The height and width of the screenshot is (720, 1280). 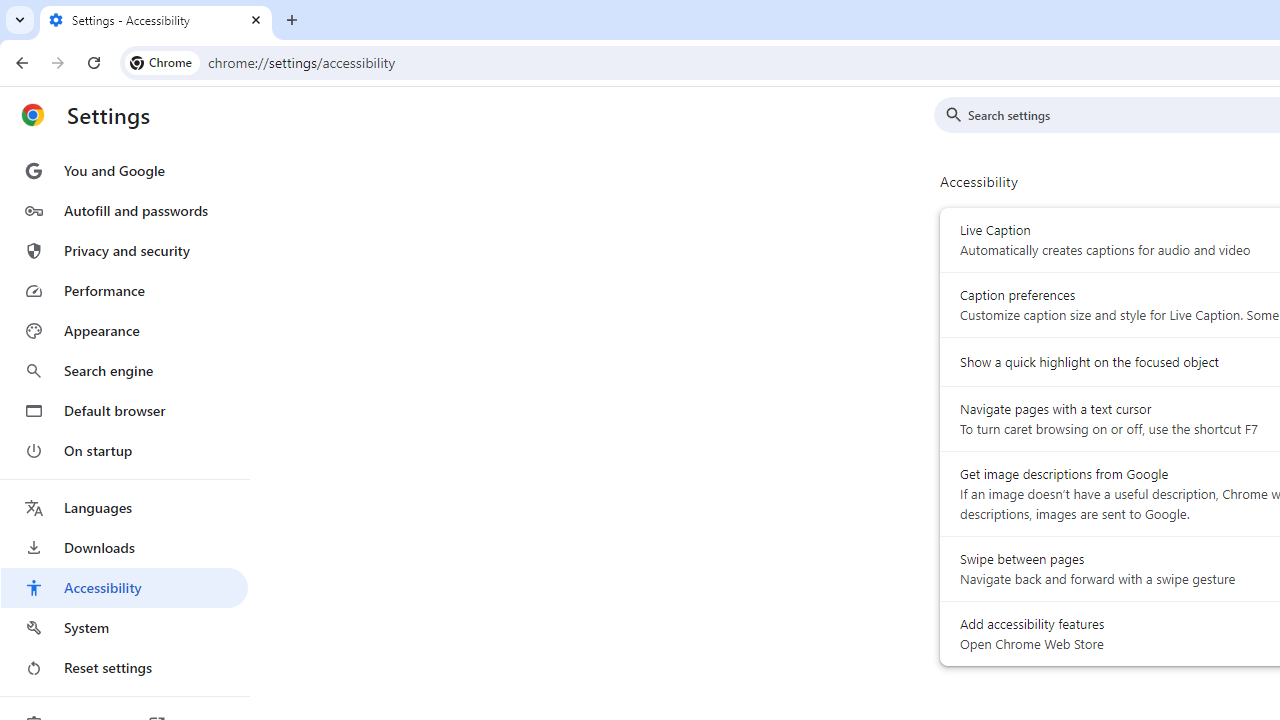 What do you see at coordinates (123, 586) in the screenshot?
I see `'Accessibility'` at bounding box center [123, 586].